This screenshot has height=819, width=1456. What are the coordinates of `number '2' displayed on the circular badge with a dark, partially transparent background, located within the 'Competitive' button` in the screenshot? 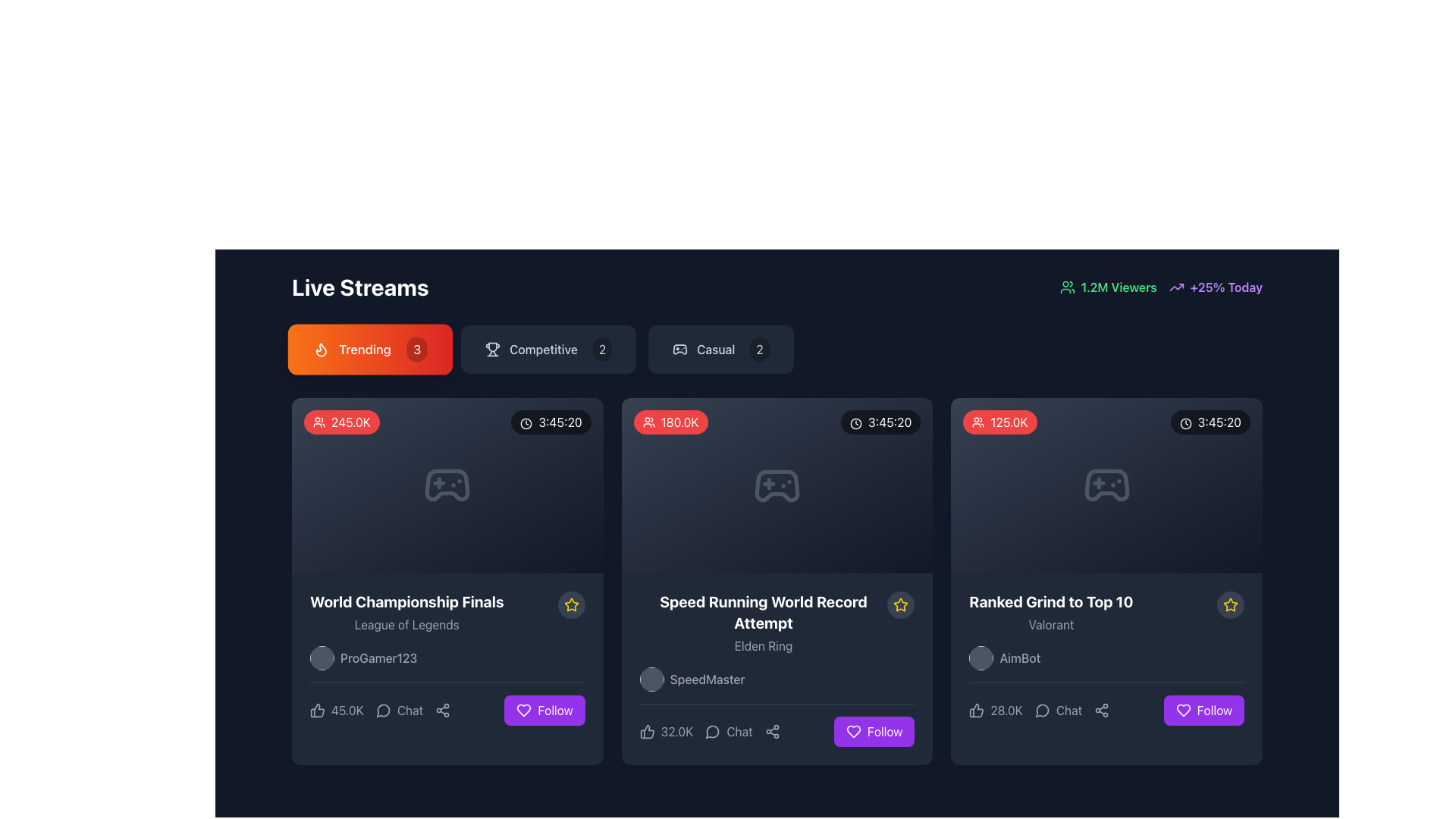 It's located at (601, 350).